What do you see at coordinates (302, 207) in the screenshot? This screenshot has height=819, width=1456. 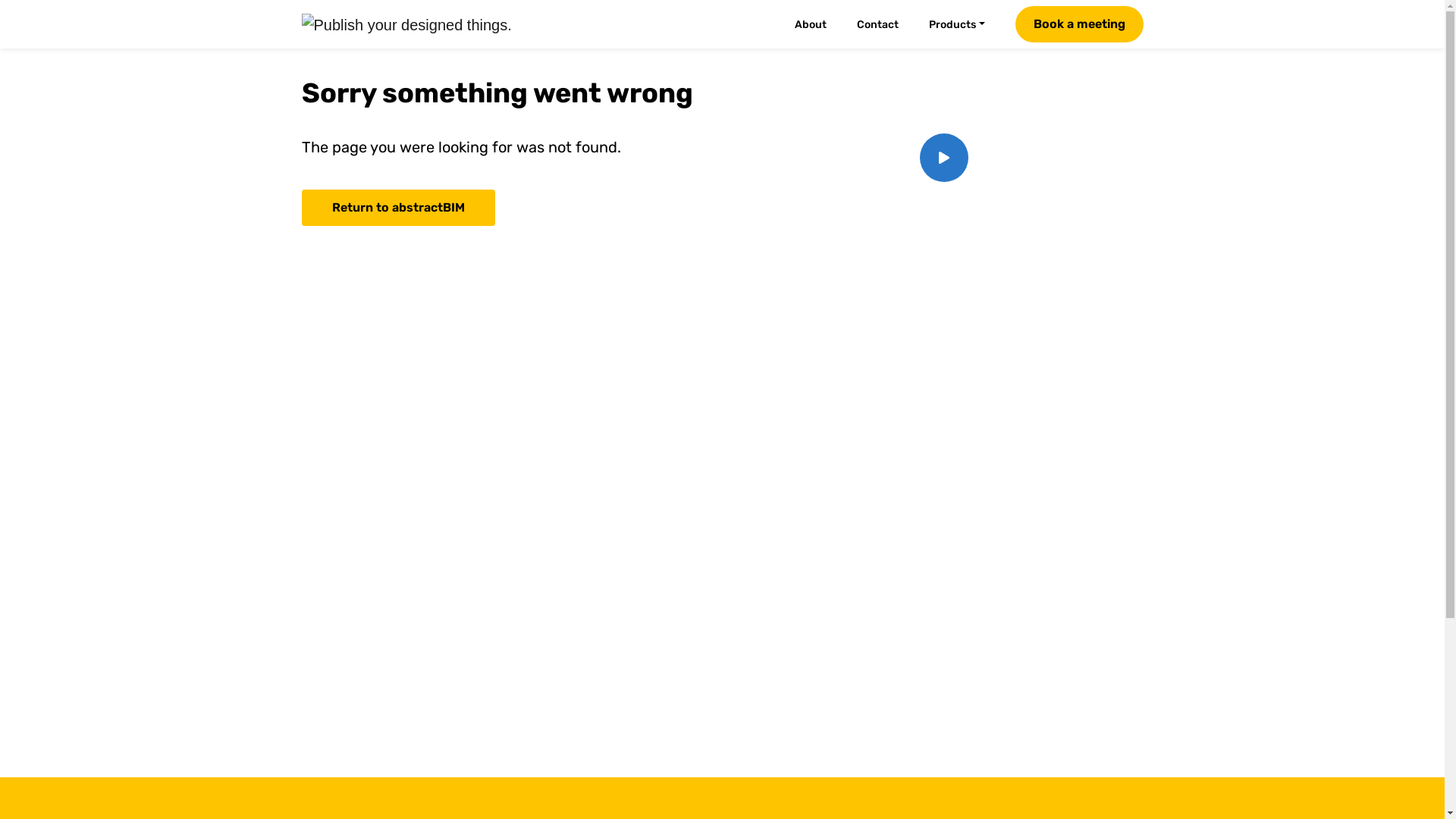 I see `'Return to abstractBIM'` at bounding box center [302, 207].